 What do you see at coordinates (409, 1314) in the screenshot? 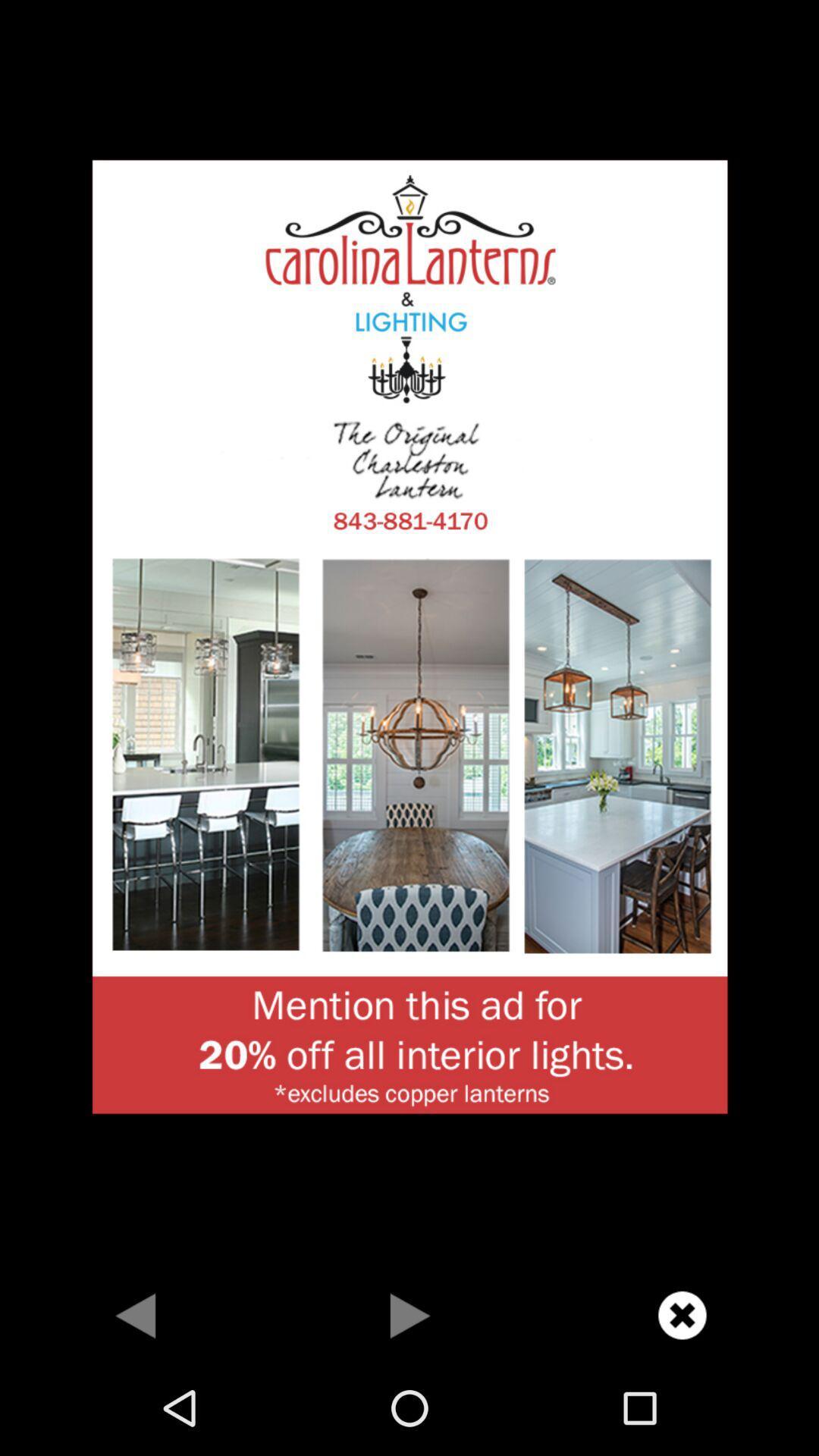
I see `skip ahead` at bounding box center [409, 1314].